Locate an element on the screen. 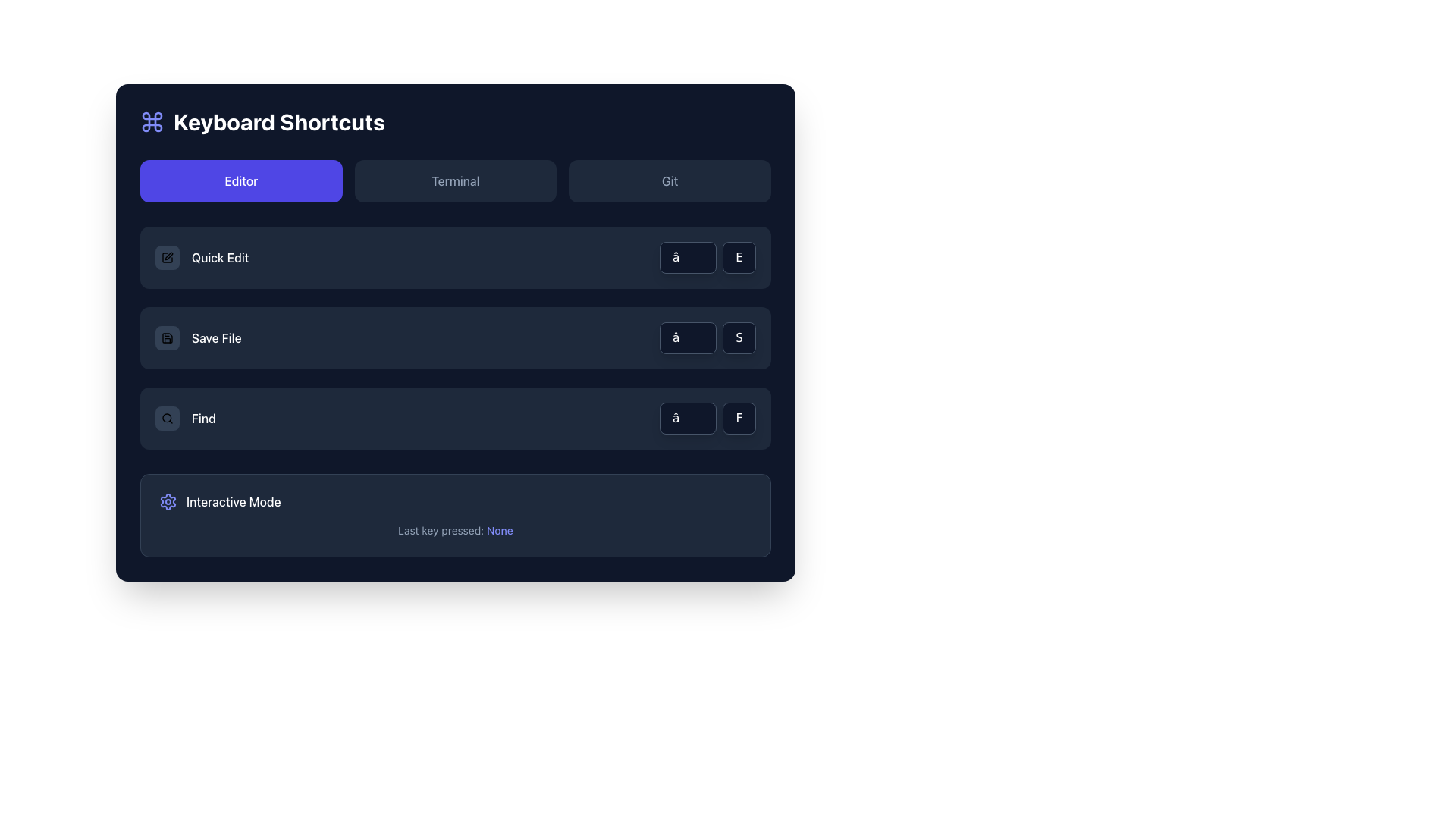 This screenshot has height=819, width=1456. the circular gear icon styled in indigo blue located at the leftmost edge of the 'Interactive Mode' section, preceding the label text is located at coordinates (168, 502).